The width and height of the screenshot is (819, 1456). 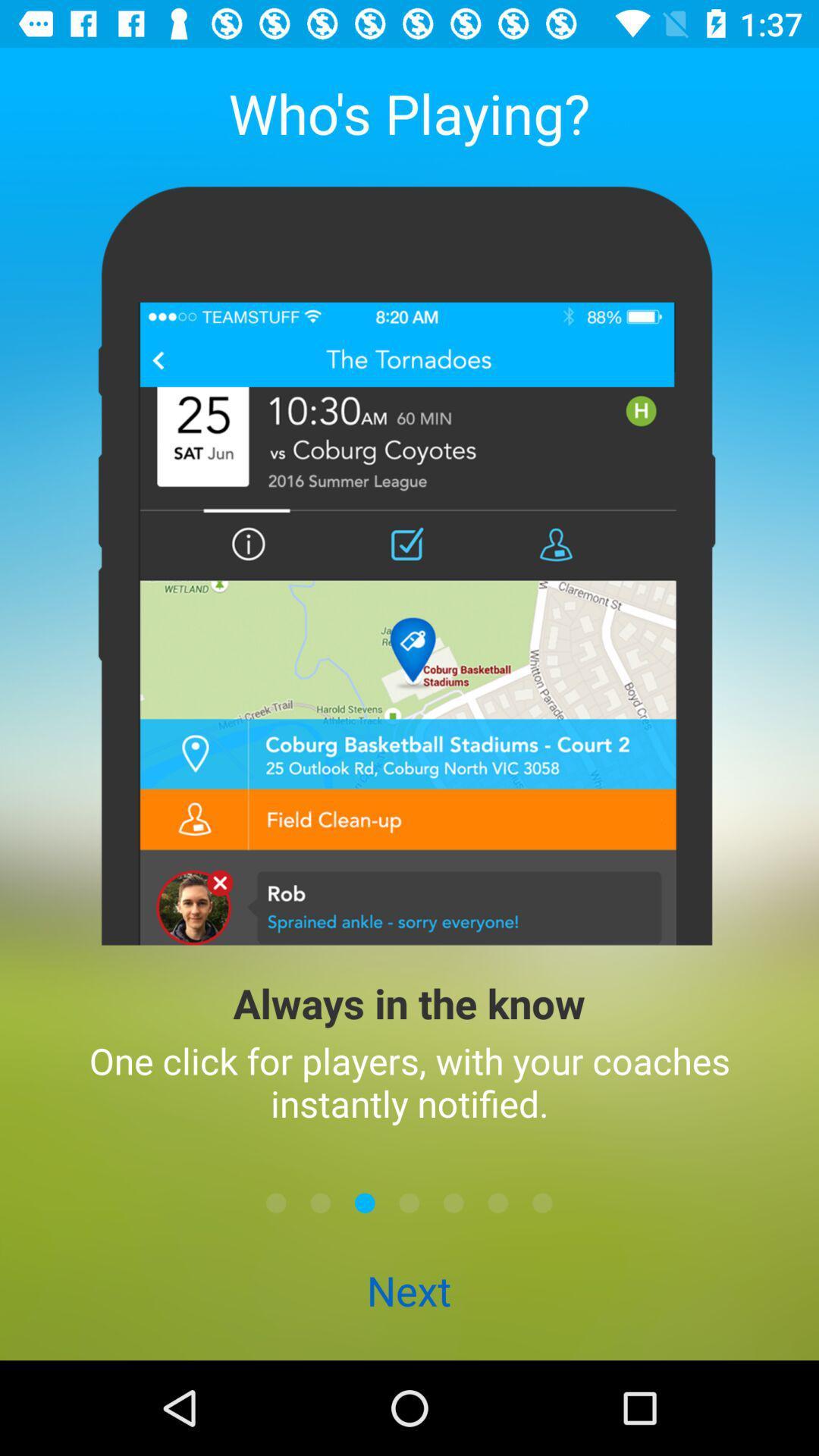 I want to click on the item above the next icon, so click(x=409, y=1202).